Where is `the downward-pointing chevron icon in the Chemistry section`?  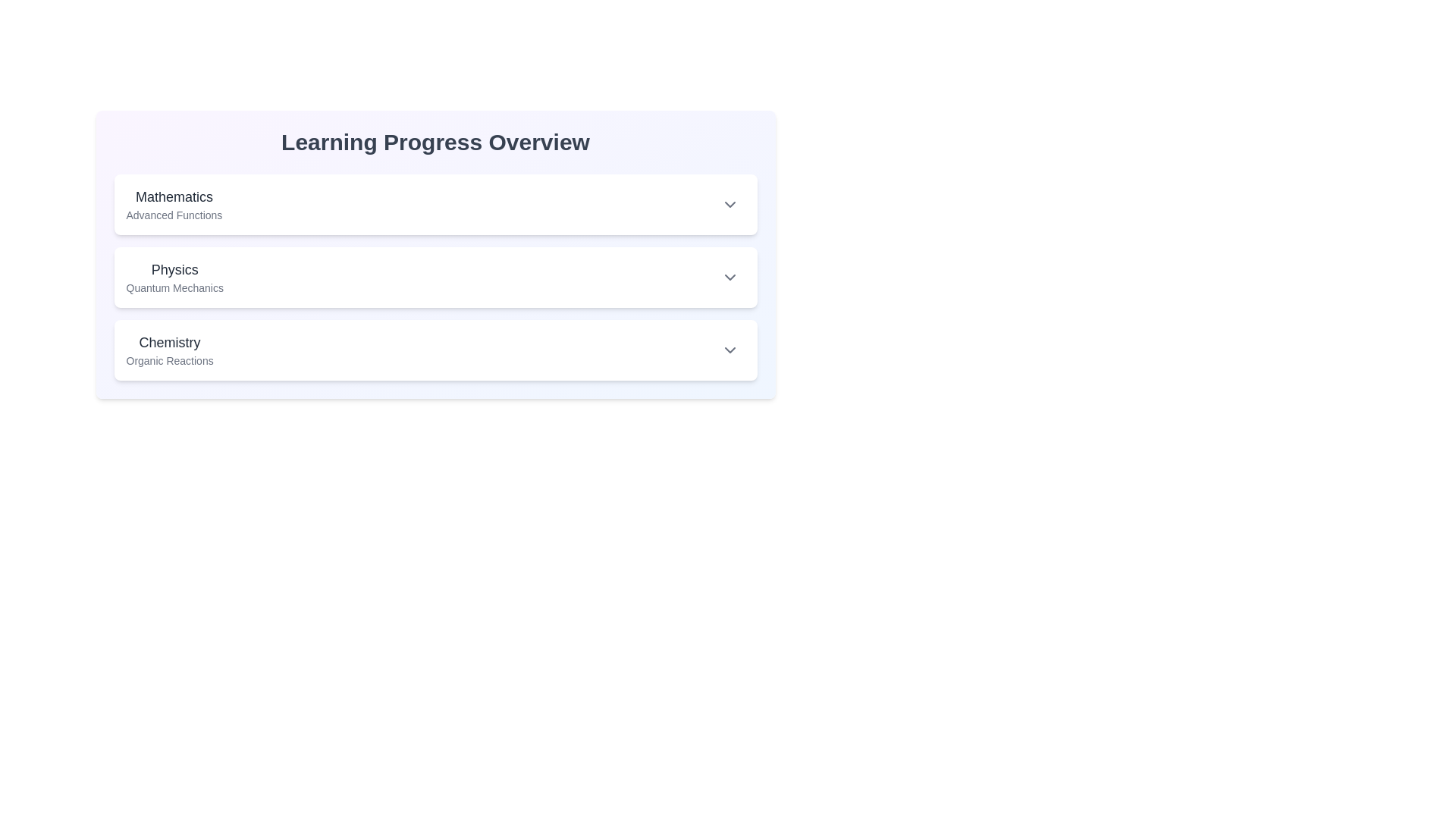 the downward-pointing chevron icon in the Chemistry section is located at coordinates (730, 350).